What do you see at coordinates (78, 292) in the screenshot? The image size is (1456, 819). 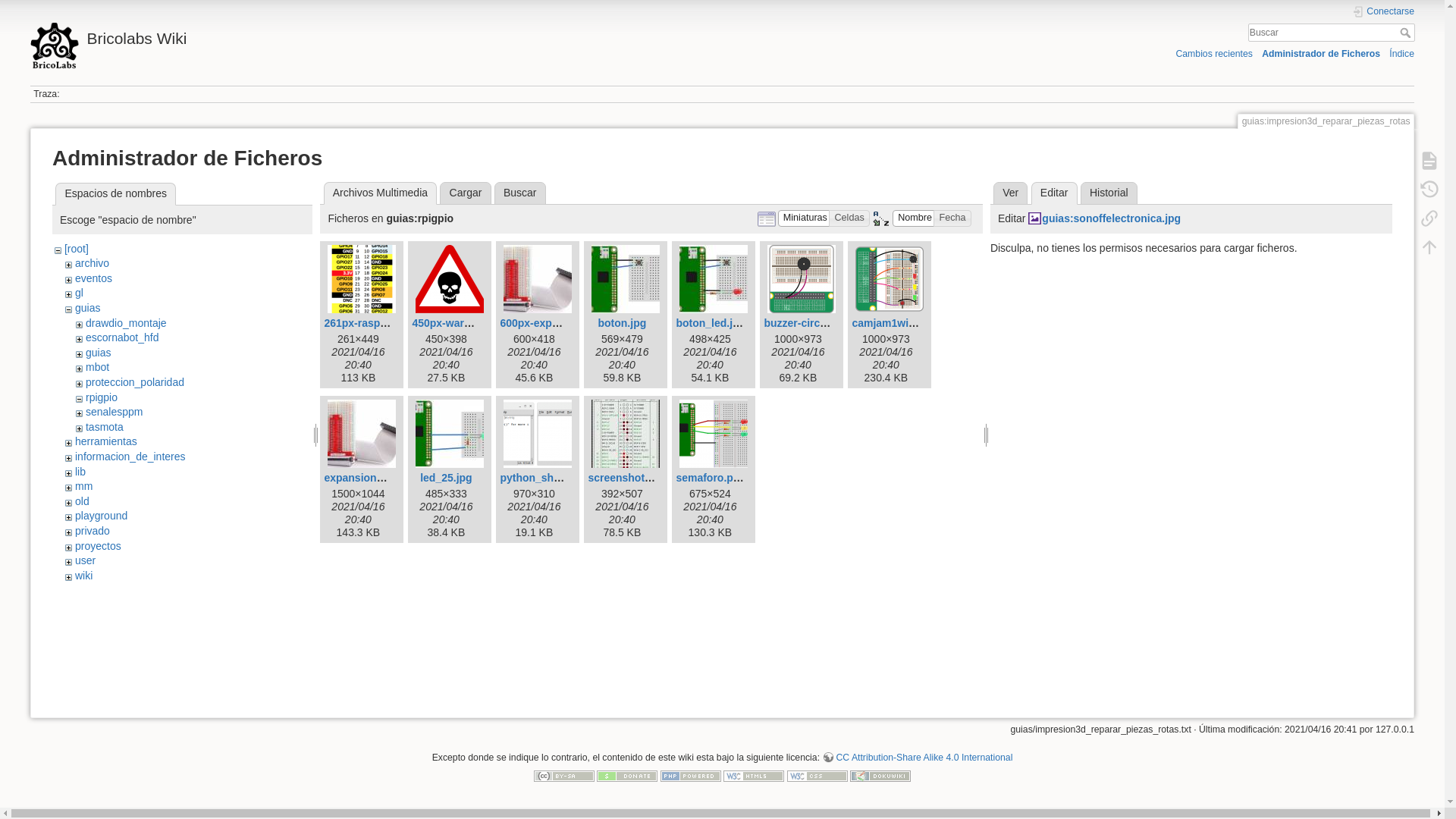 I see `'gl'` at bounding box center [78, 292].